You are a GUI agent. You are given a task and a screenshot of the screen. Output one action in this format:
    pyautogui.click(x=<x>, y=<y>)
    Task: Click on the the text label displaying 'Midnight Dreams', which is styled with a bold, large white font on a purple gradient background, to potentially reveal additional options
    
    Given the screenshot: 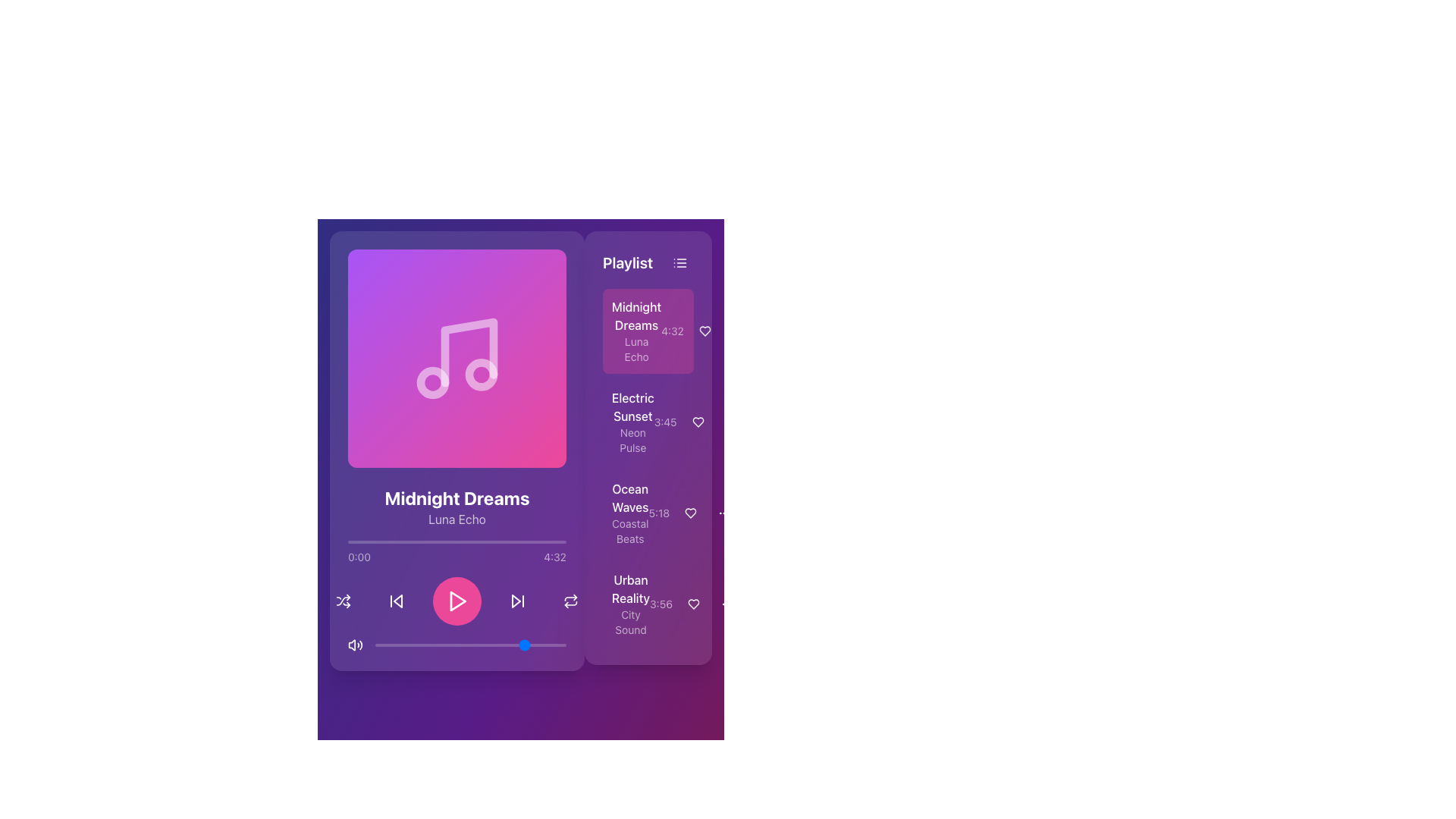 What is the action you would take?
    pyautogui.click(x=457, y=497)
    